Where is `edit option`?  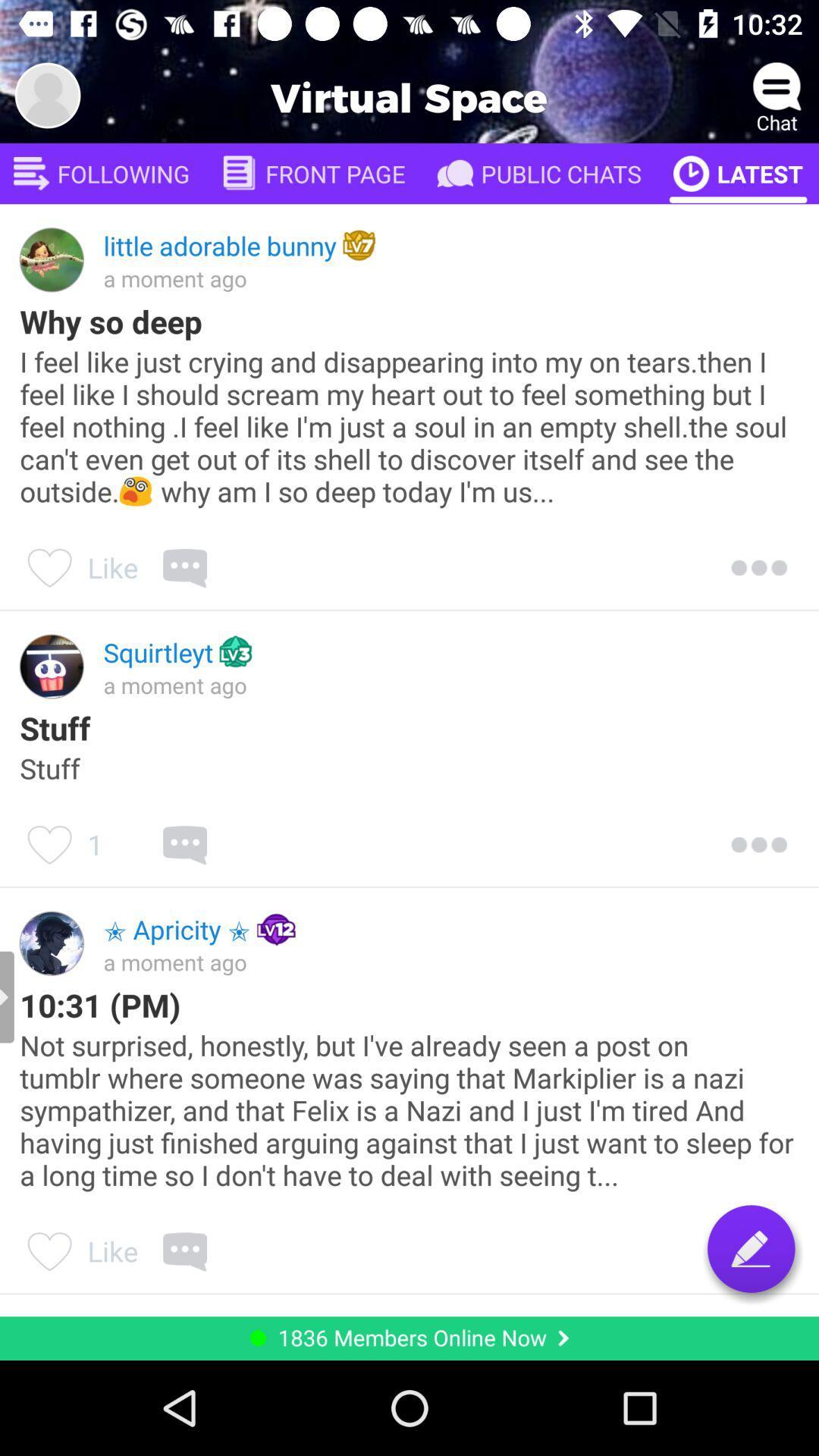 edit option is located at coordinates (751, 1248).